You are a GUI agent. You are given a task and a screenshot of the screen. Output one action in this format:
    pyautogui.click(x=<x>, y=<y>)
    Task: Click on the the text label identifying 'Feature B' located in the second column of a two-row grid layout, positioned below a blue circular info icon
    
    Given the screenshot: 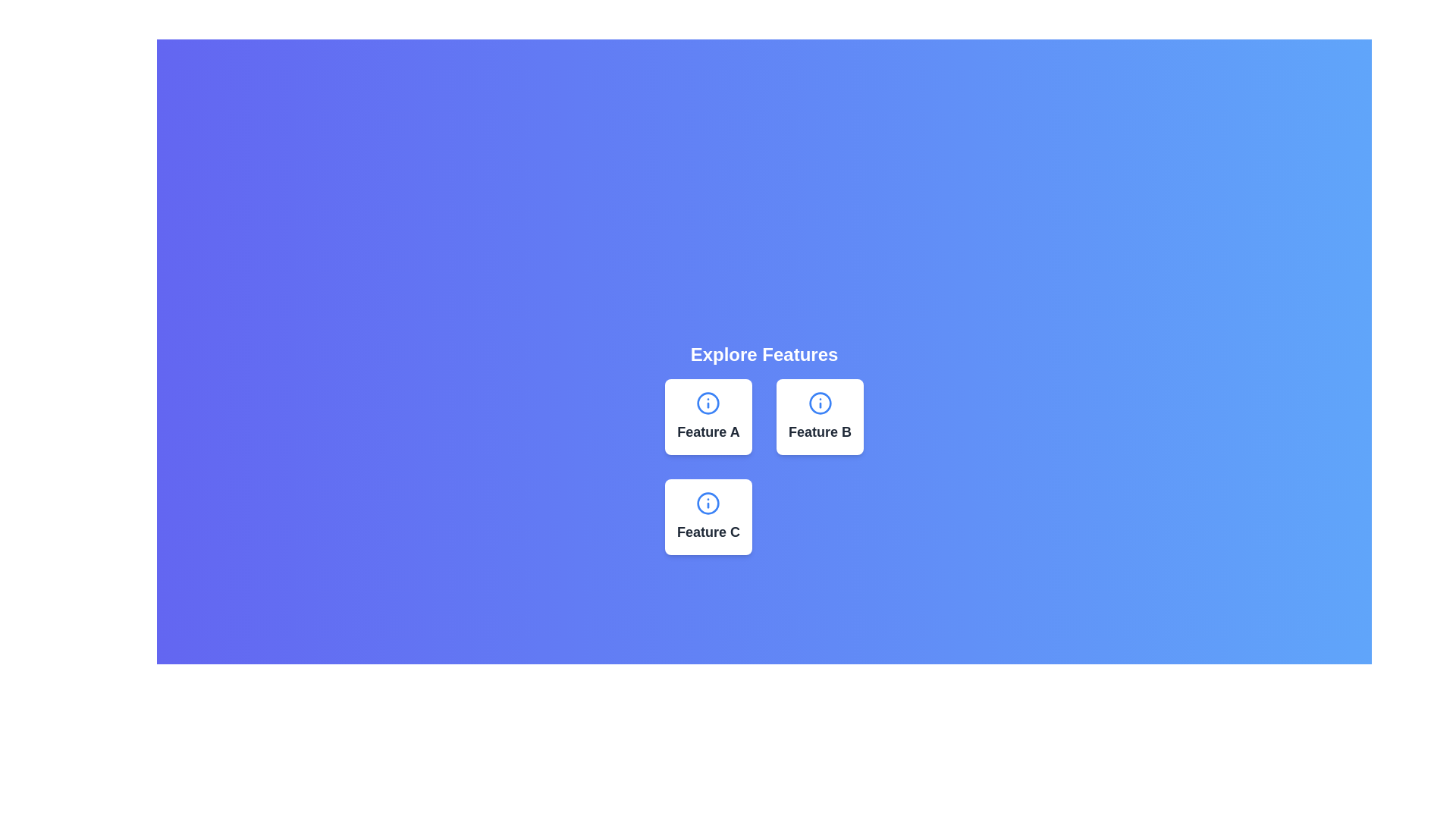 What is the action you would take?
    pyautogui.click(x=819, y=432)
    